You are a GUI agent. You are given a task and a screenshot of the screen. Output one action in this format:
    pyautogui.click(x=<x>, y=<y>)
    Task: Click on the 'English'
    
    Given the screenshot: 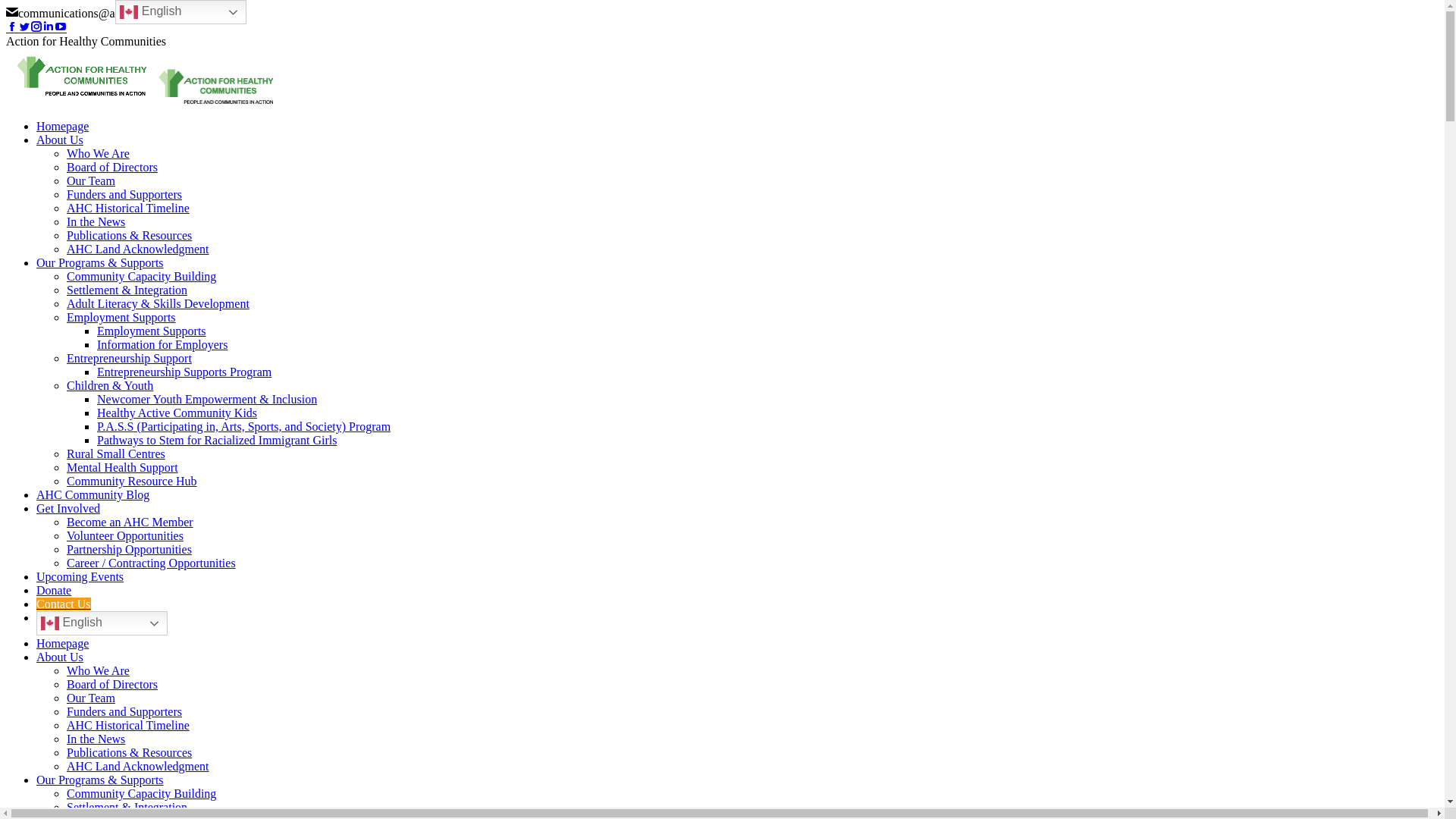 What is the action you would take?
    pyautogui.click(x=180, y=11)
    